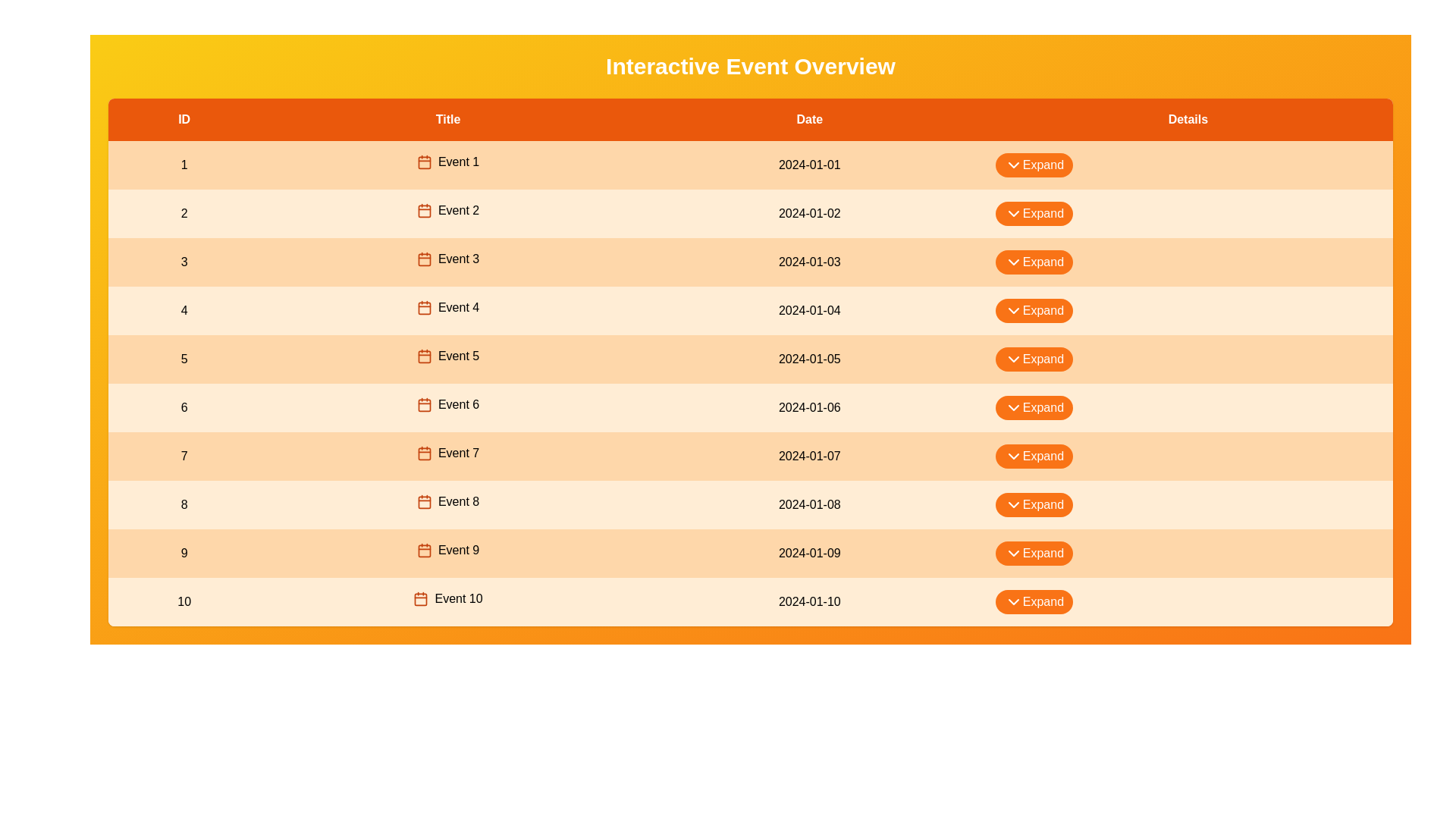  Describe the element at coordinates (447, 119) in the screenshot. I see `the column header Title to sort or highlight it` at that location.